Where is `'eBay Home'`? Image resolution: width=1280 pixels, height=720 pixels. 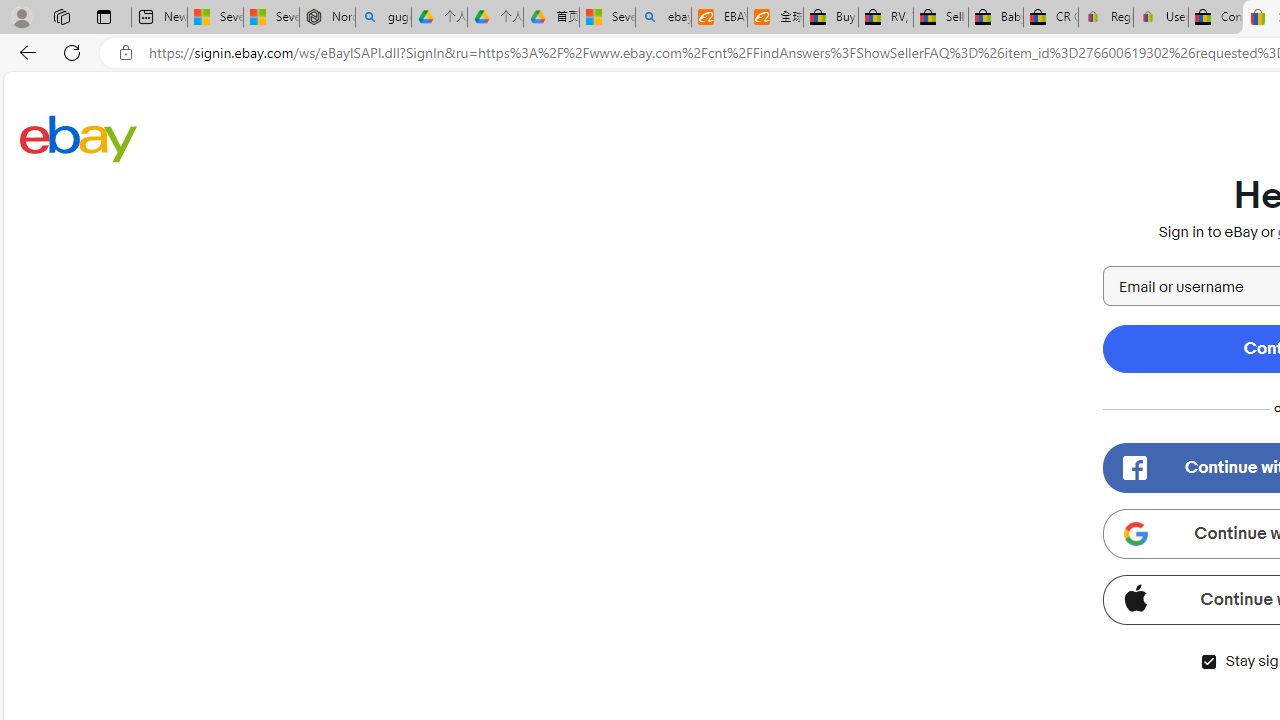
'eBay Home' is located at coordinates (78, 137).